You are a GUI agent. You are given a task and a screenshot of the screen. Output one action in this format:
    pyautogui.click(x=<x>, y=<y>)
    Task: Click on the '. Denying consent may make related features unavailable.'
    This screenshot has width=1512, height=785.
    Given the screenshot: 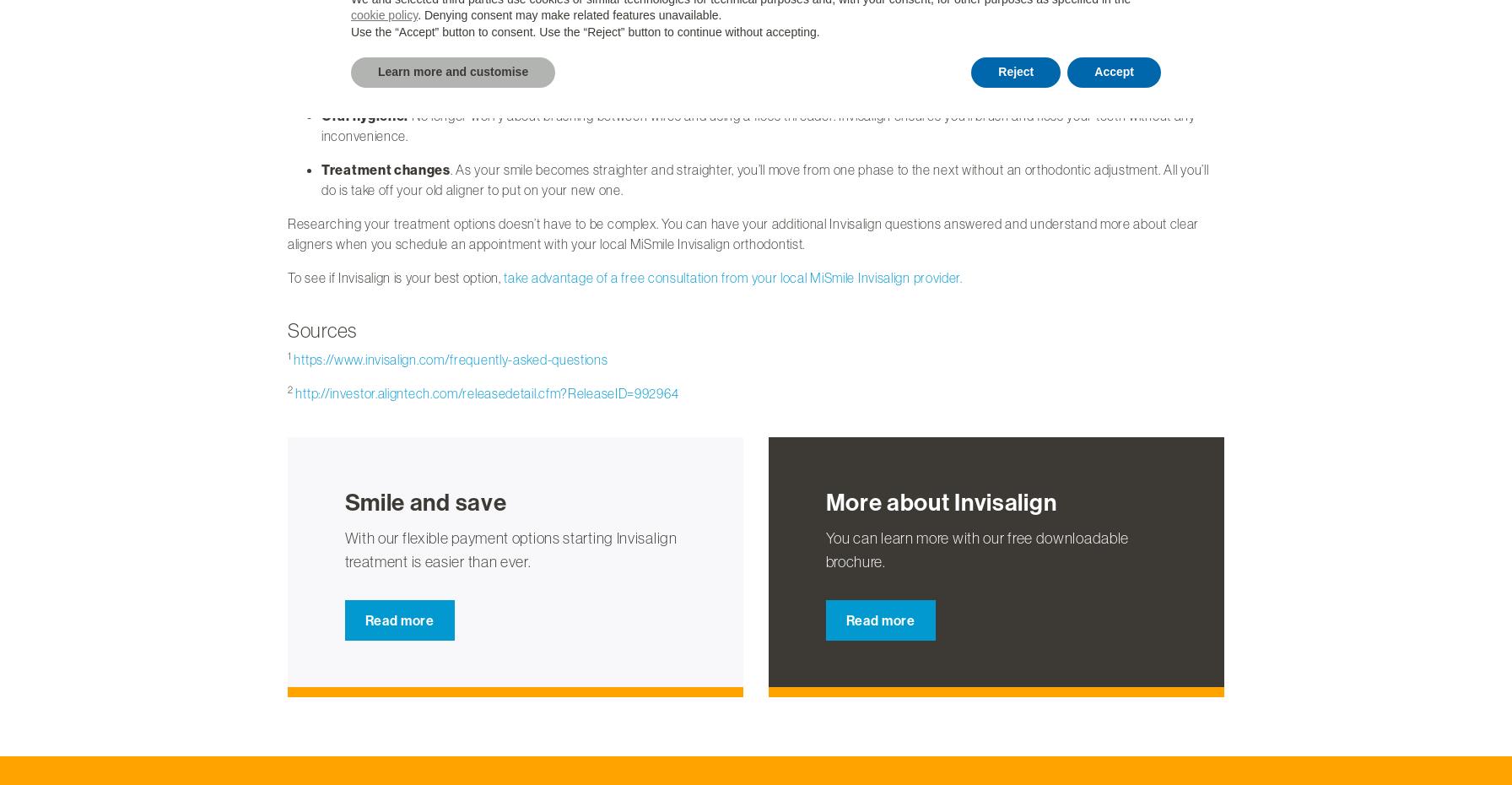 What is the action you would take?
    pyautogui.click(x=417, y=14)
    